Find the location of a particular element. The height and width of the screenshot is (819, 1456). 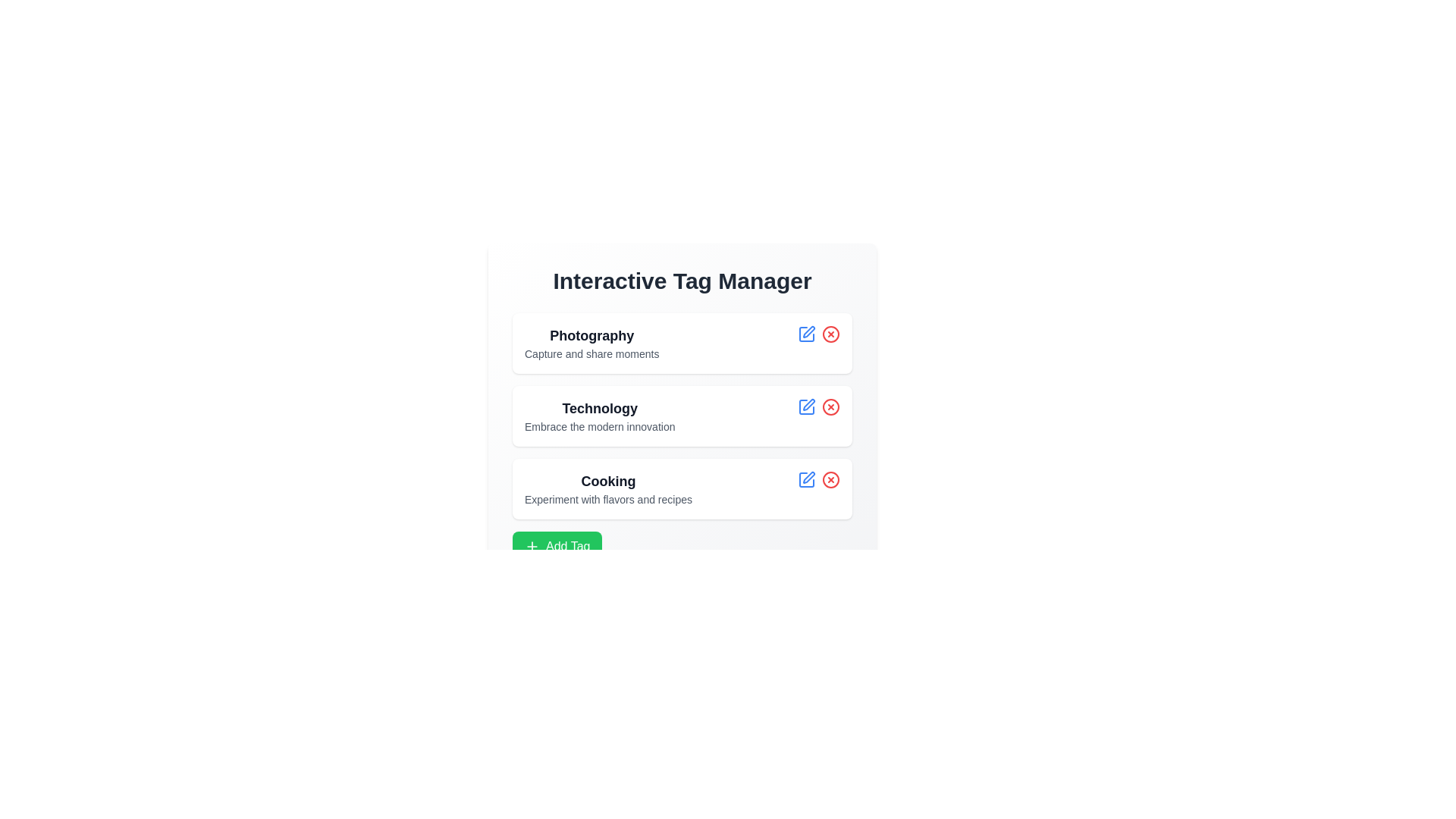

the edit icon located on the right side of the 'Cooking' row to initiate the editing mode is located at coordinates (806, 479).